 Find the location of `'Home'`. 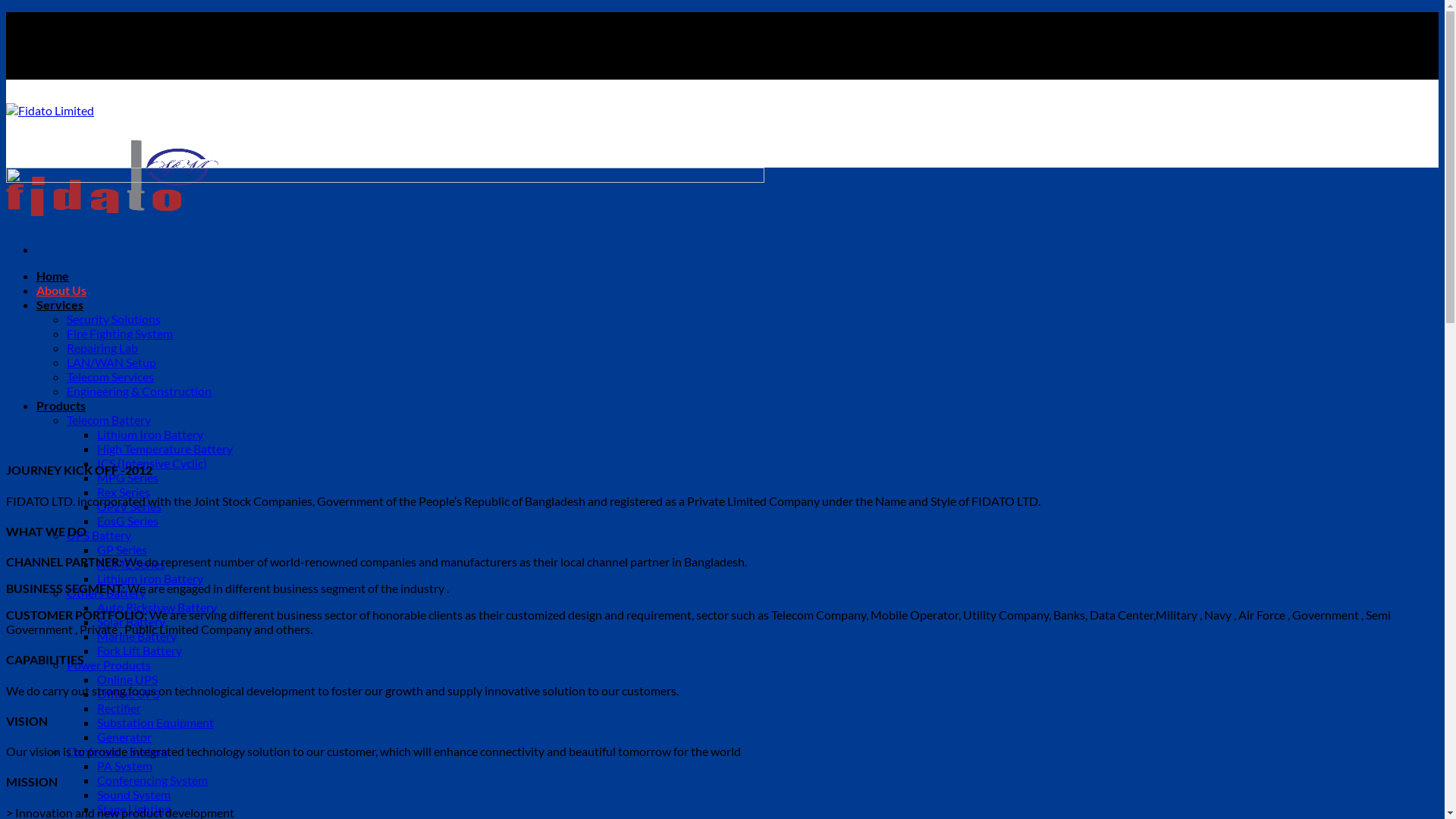

'Home' is located at coordinates (52, 275).